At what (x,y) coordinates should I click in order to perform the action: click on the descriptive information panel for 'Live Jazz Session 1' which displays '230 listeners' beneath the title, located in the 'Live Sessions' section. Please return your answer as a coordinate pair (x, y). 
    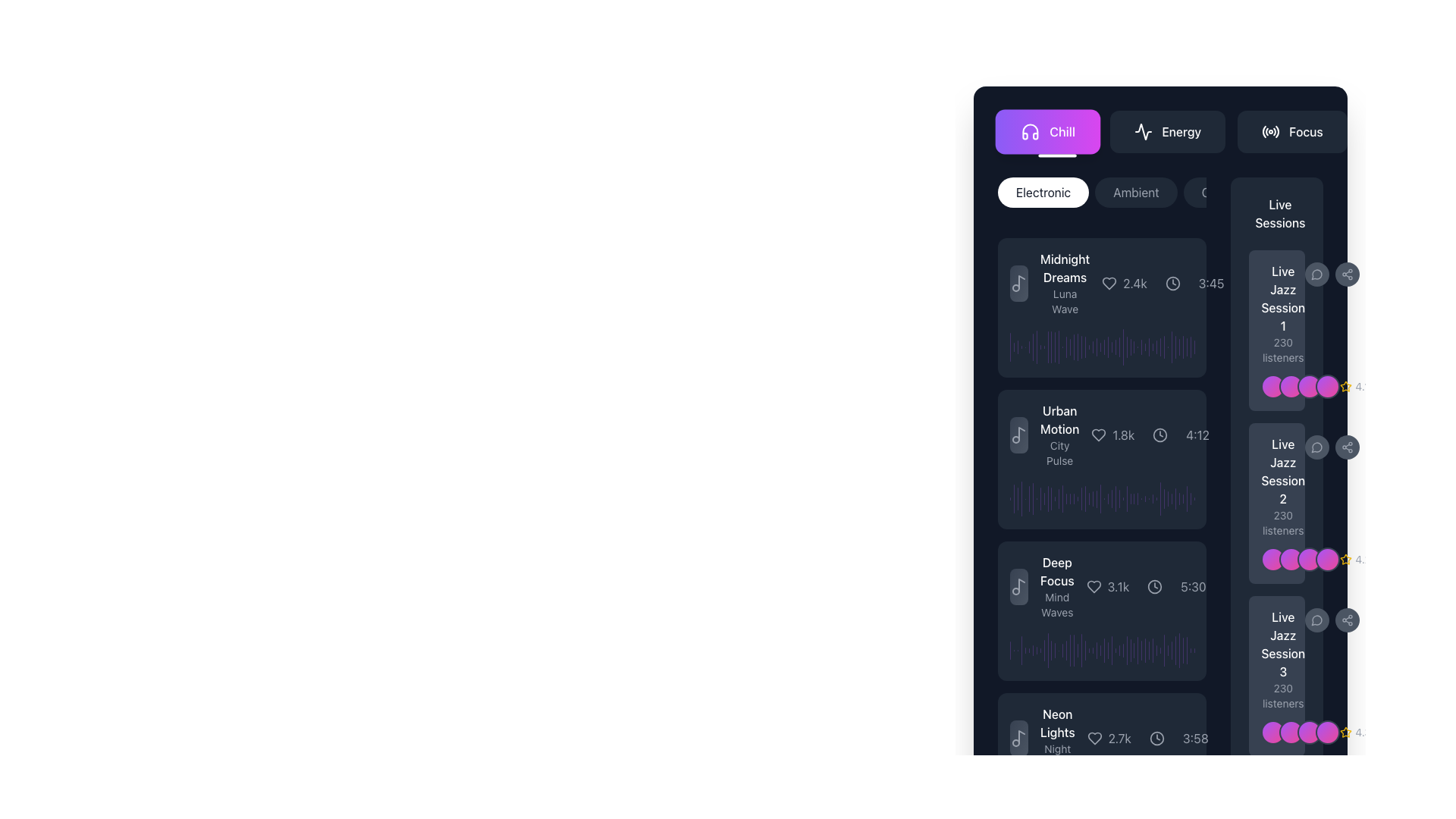
    Looking at the image, I should click on (1282, 312).